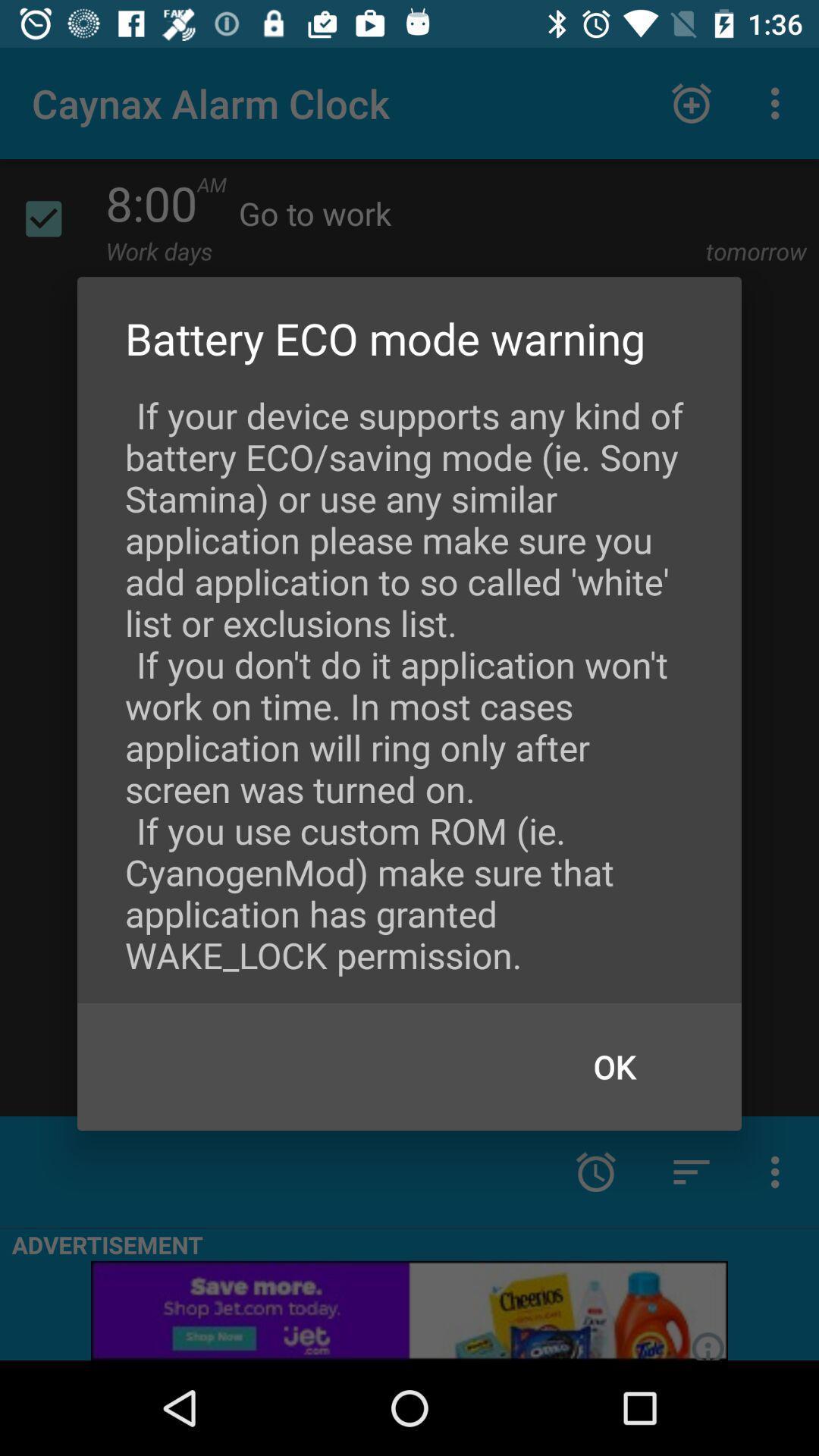 The width and height of the screenshot is (819, 1456). I want to click on ok icon, so click(614, 1065).